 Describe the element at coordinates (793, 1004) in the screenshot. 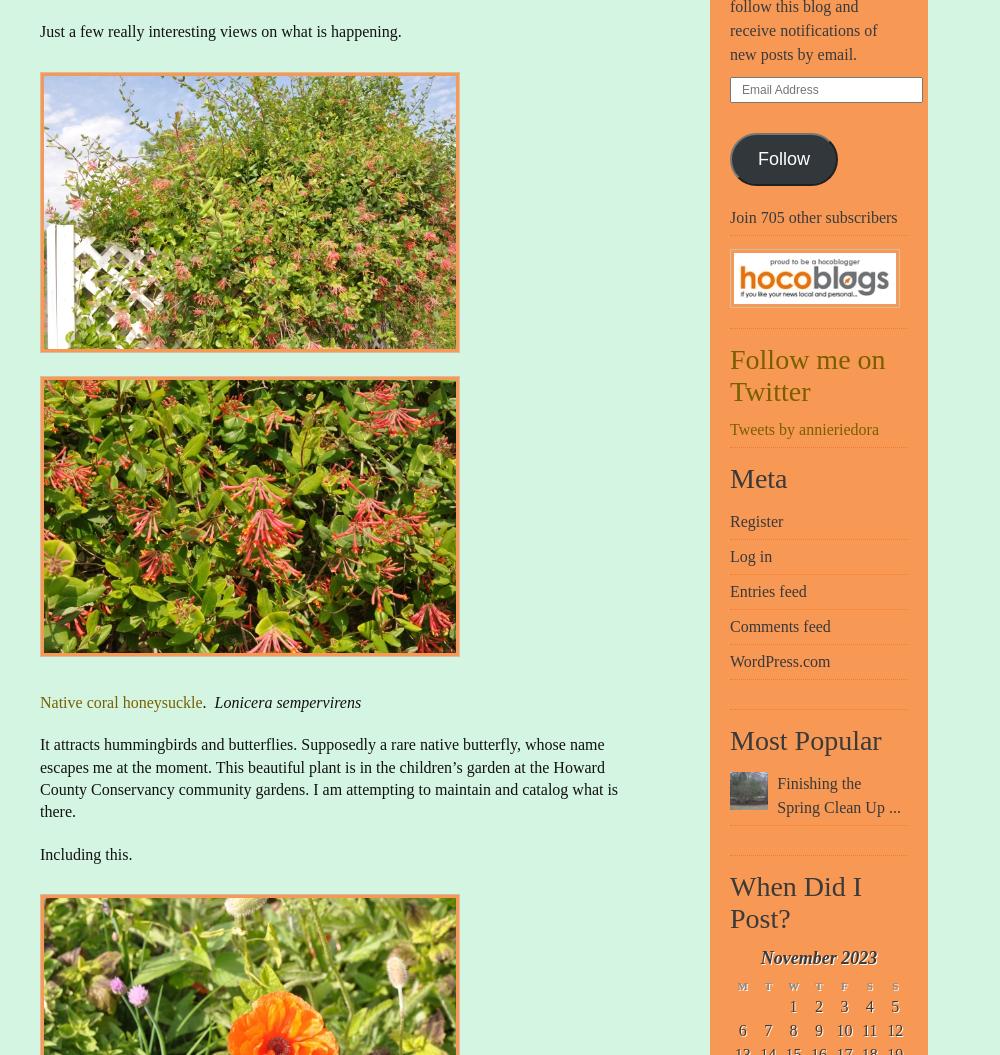

I see `'1'` at that location.